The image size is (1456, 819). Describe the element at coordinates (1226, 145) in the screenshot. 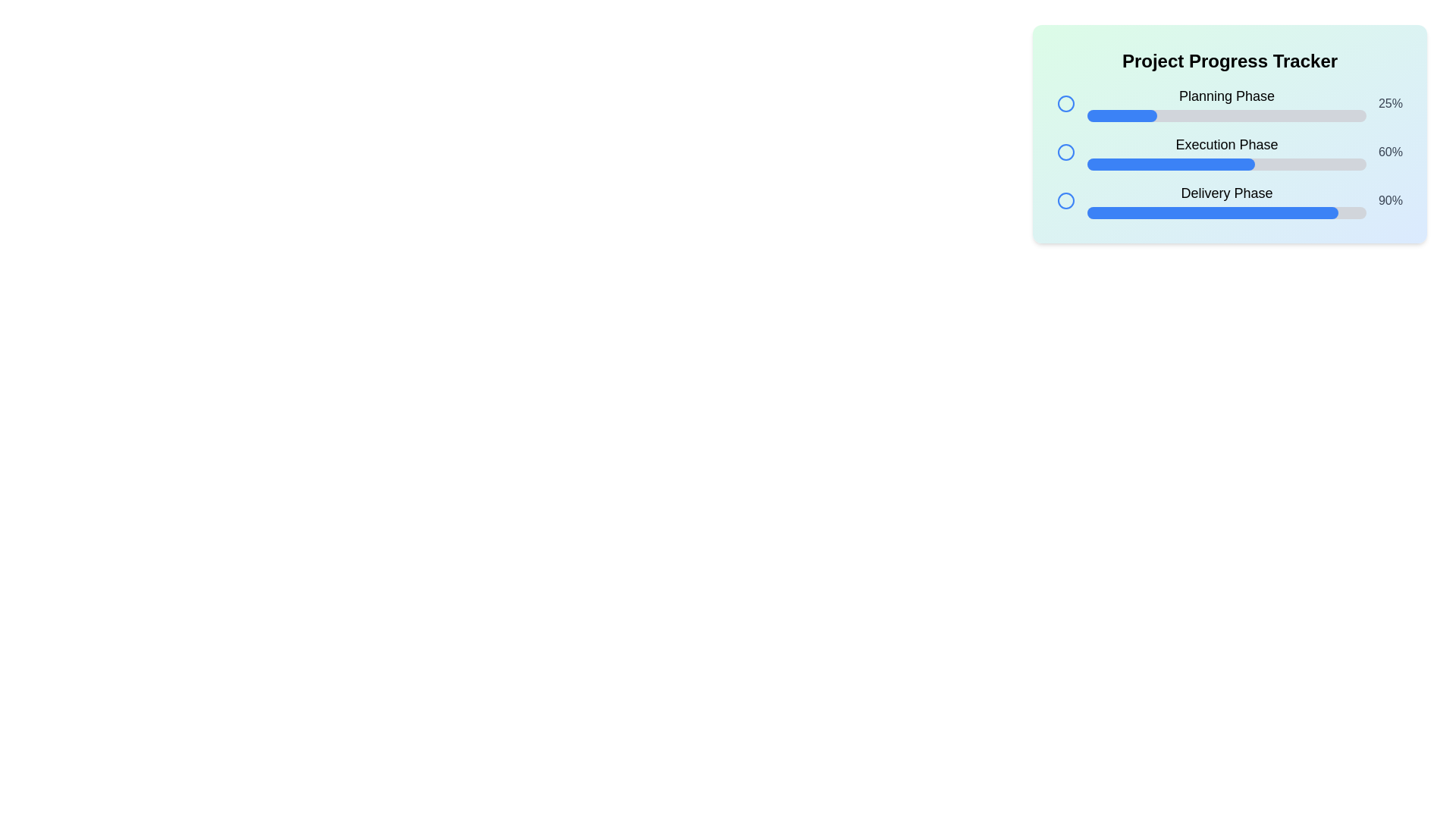

I see `the static text label that displays 'Execution Phase', which is the second label in the 'Project Progress Tracker' component, aligned centrally between a circular checkbox and a value indicator` at that location.